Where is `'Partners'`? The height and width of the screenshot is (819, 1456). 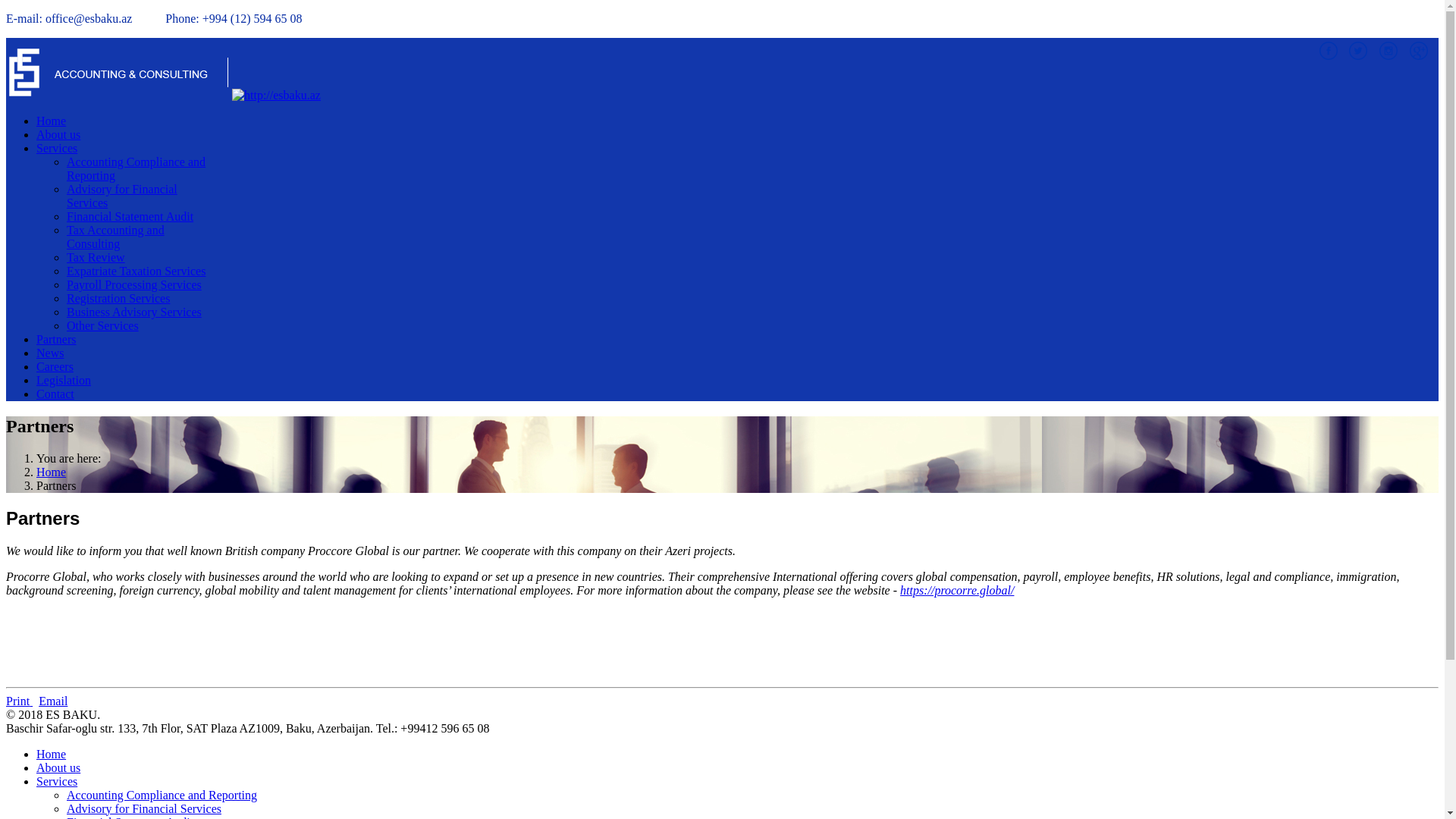
'Partners' is located at coordinates (55, 338).